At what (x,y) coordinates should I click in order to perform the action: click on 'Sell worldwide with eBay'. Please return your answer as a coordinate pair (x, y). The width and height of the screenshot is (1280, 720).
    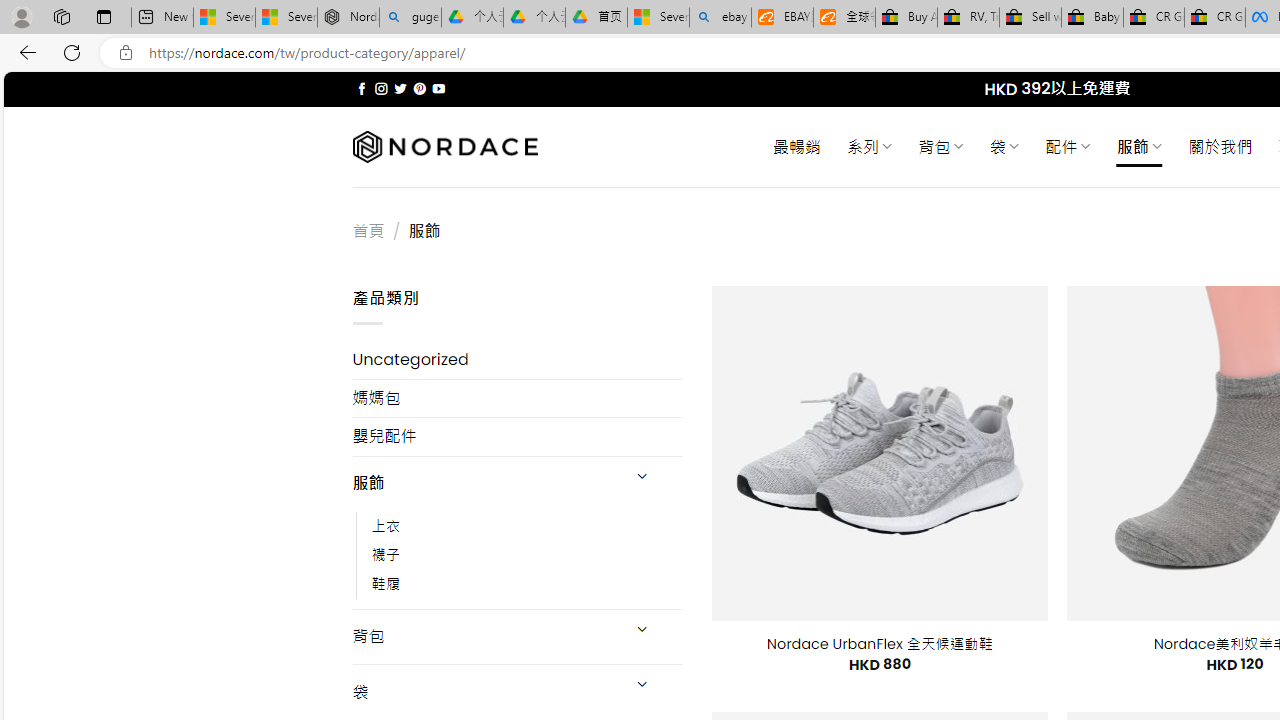
    Looking at the image, I should click on (1030, 17).